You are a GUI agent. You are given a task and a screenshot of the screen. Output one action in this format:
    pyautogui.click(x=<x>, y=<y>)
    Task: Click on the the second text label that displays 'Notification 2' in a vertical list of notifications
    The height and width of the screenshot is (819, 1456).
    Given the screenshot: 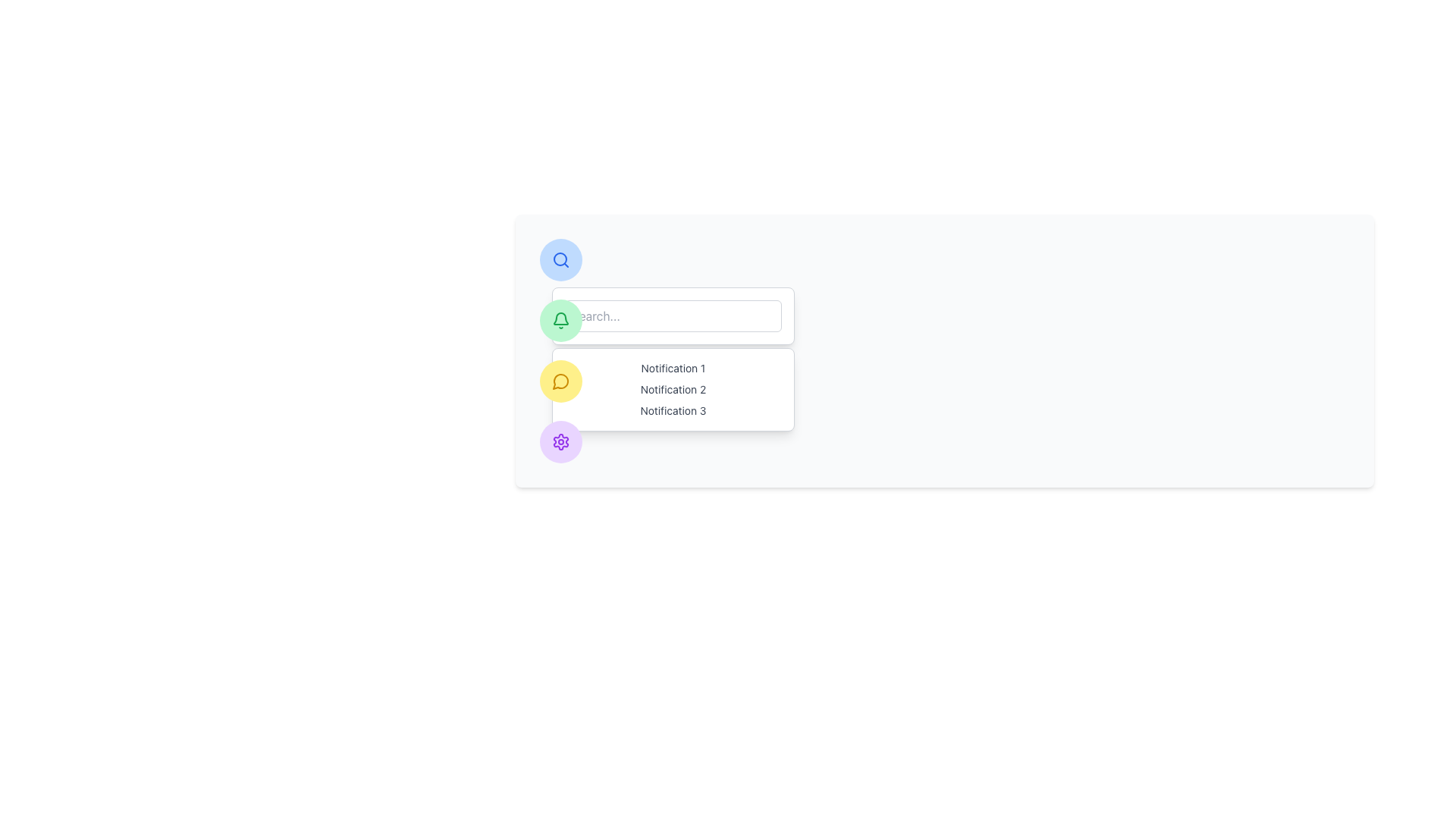 What is the action you would take?
    pyautogui.click(x=673, y=388)
    